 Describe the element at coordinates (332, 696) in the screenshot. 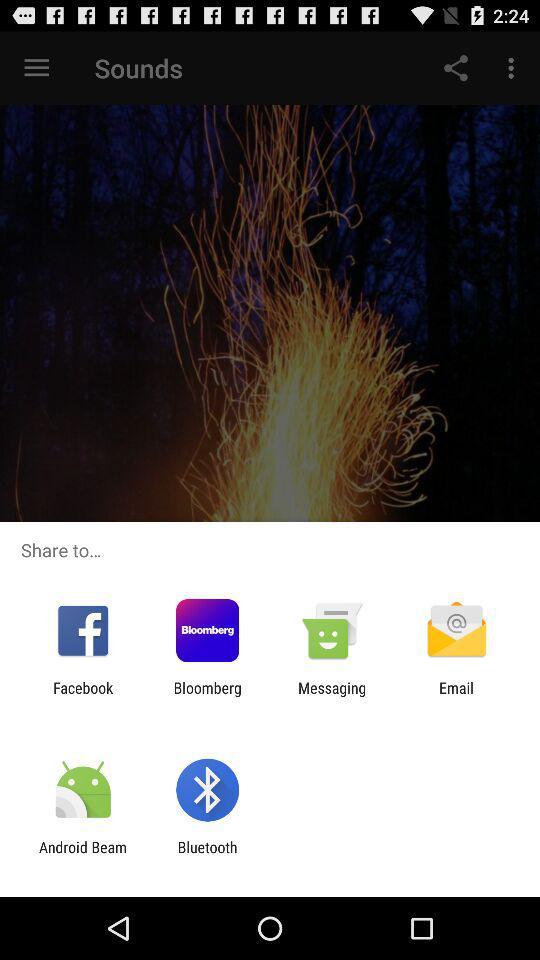

I see `the item to the right of bloomberg` at that location.